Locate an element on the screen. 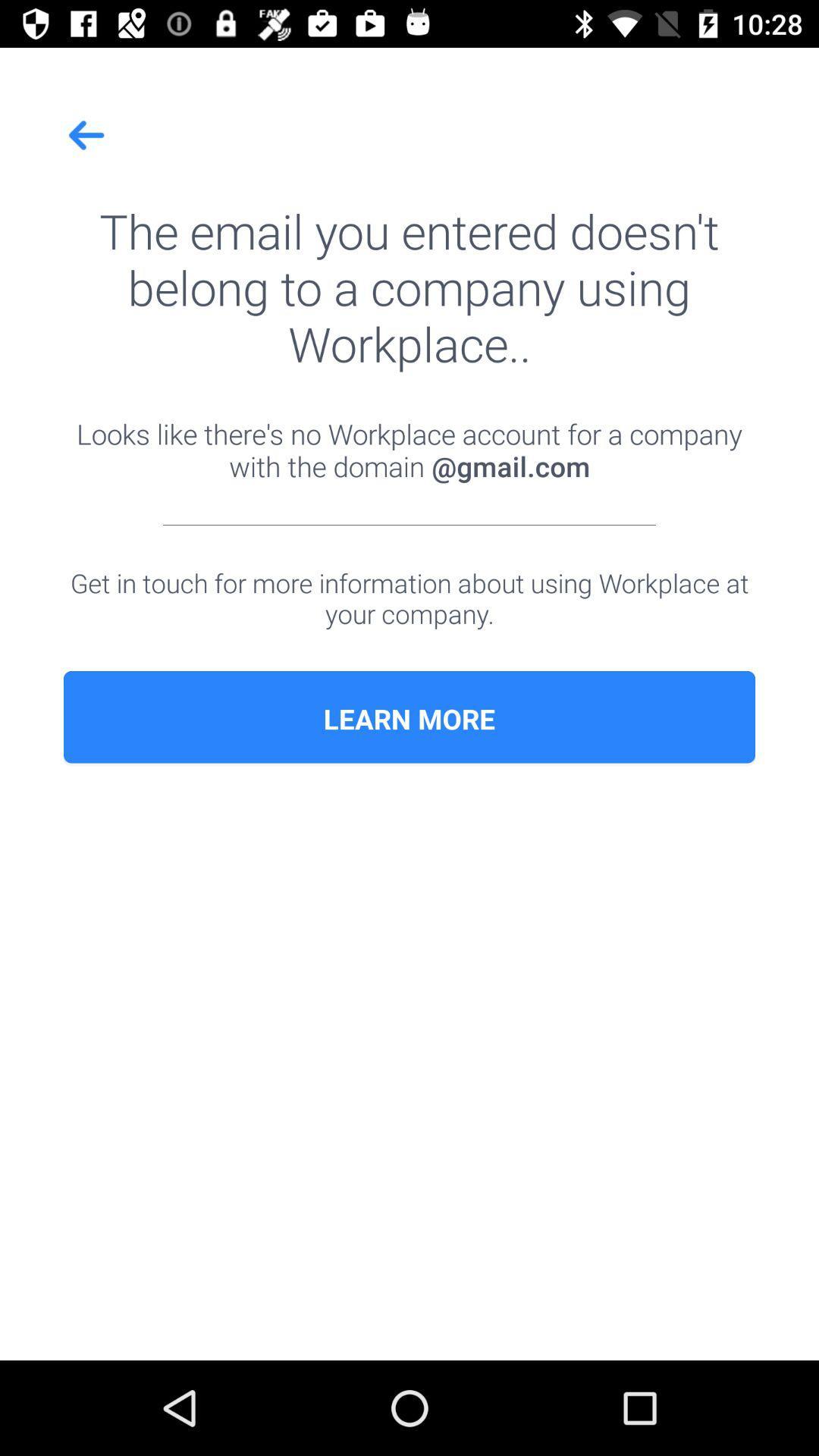 The height and width of the screenshot is (1456, 819). learn more is located at coordinates (409, 718).